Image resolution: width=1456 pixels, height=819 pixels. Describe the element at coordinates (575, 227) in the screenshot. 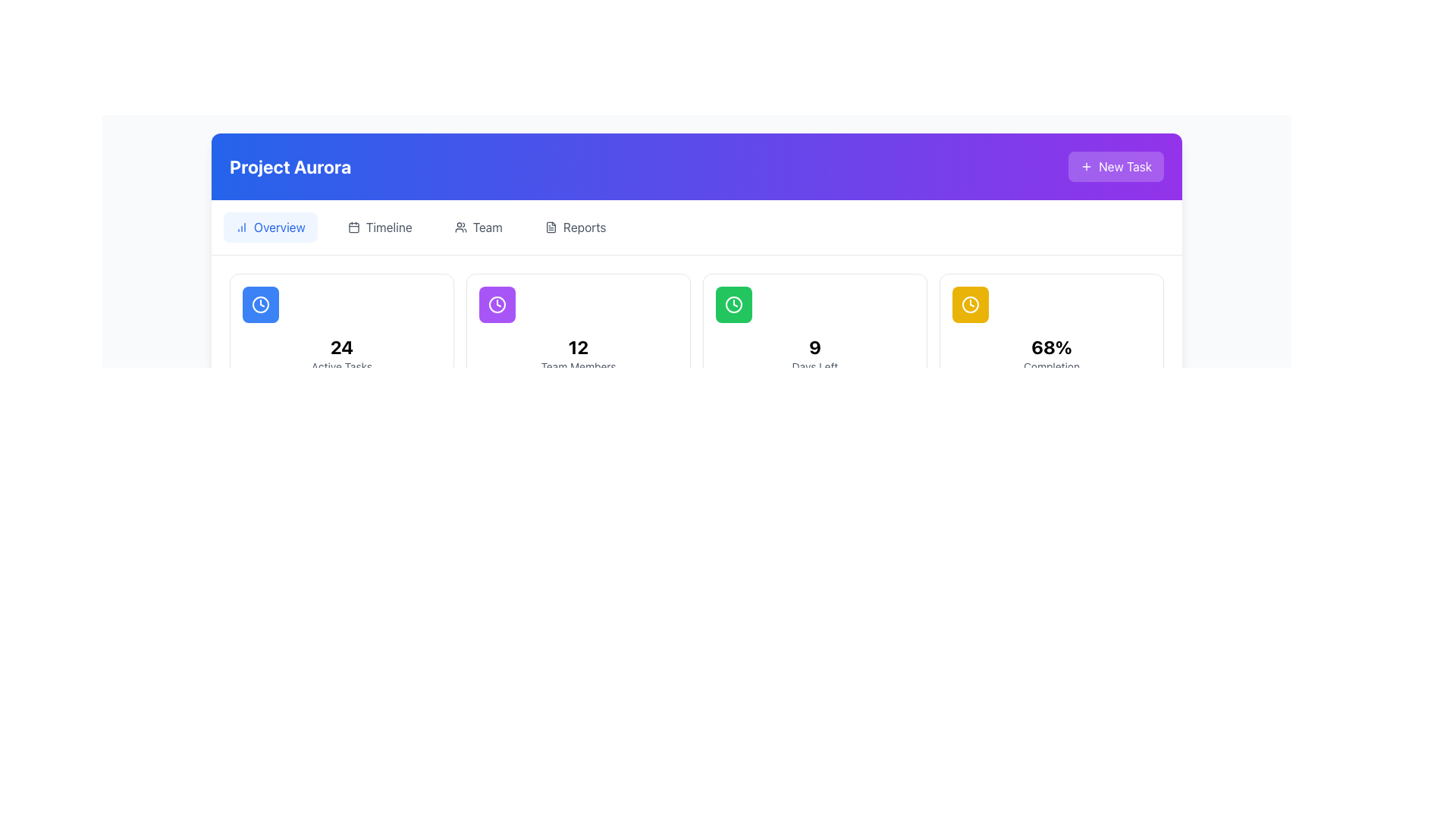

I see `the 'Reports' navigation button in the navigation bar` at that location.